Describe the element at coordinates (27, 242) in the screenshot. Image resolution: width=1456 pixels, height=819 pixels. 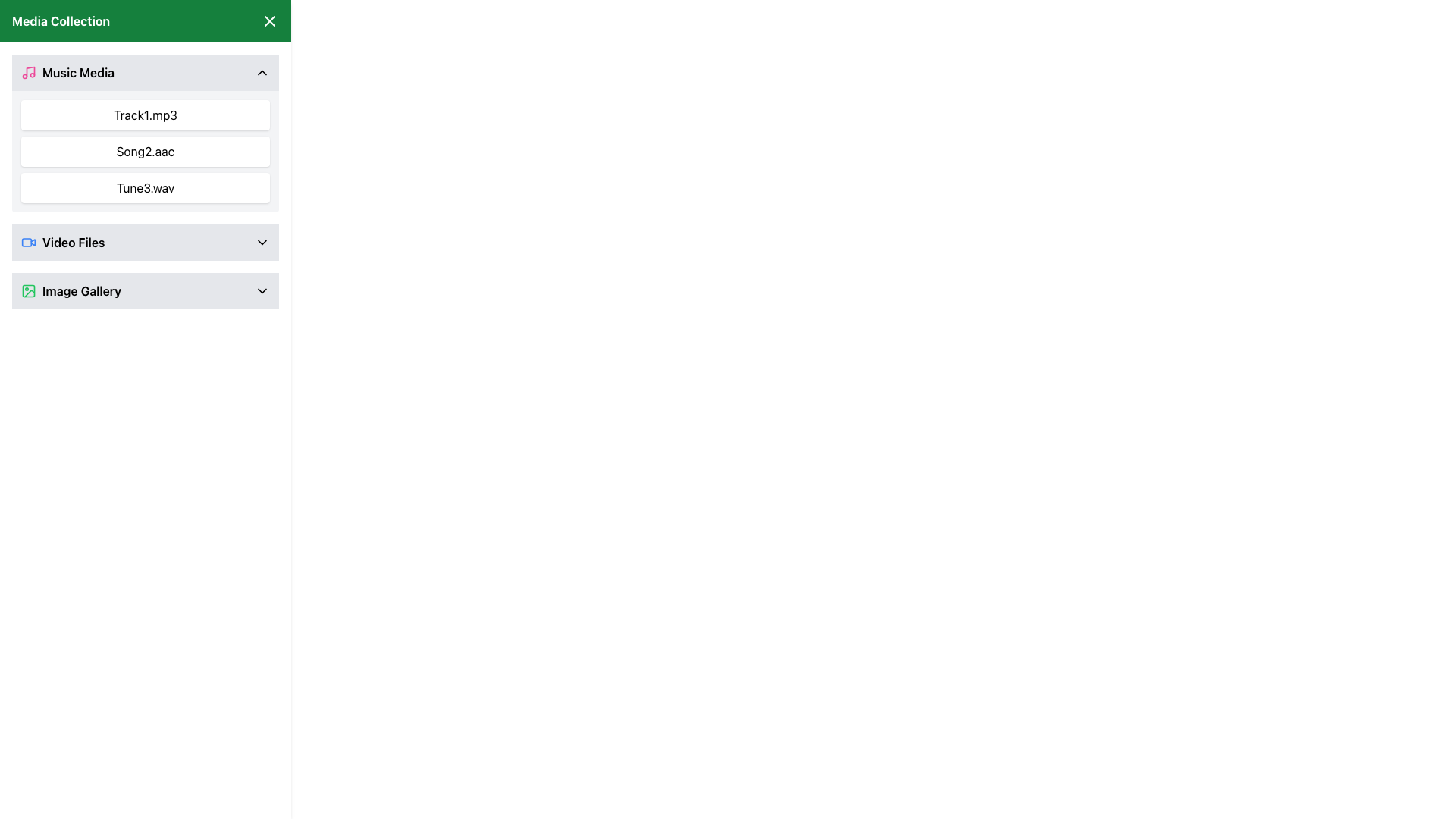
I see `the rectangular SVG element representing a video file icon located in the second collapsible group labeled 'Video Files' in the sidebar` at that location.